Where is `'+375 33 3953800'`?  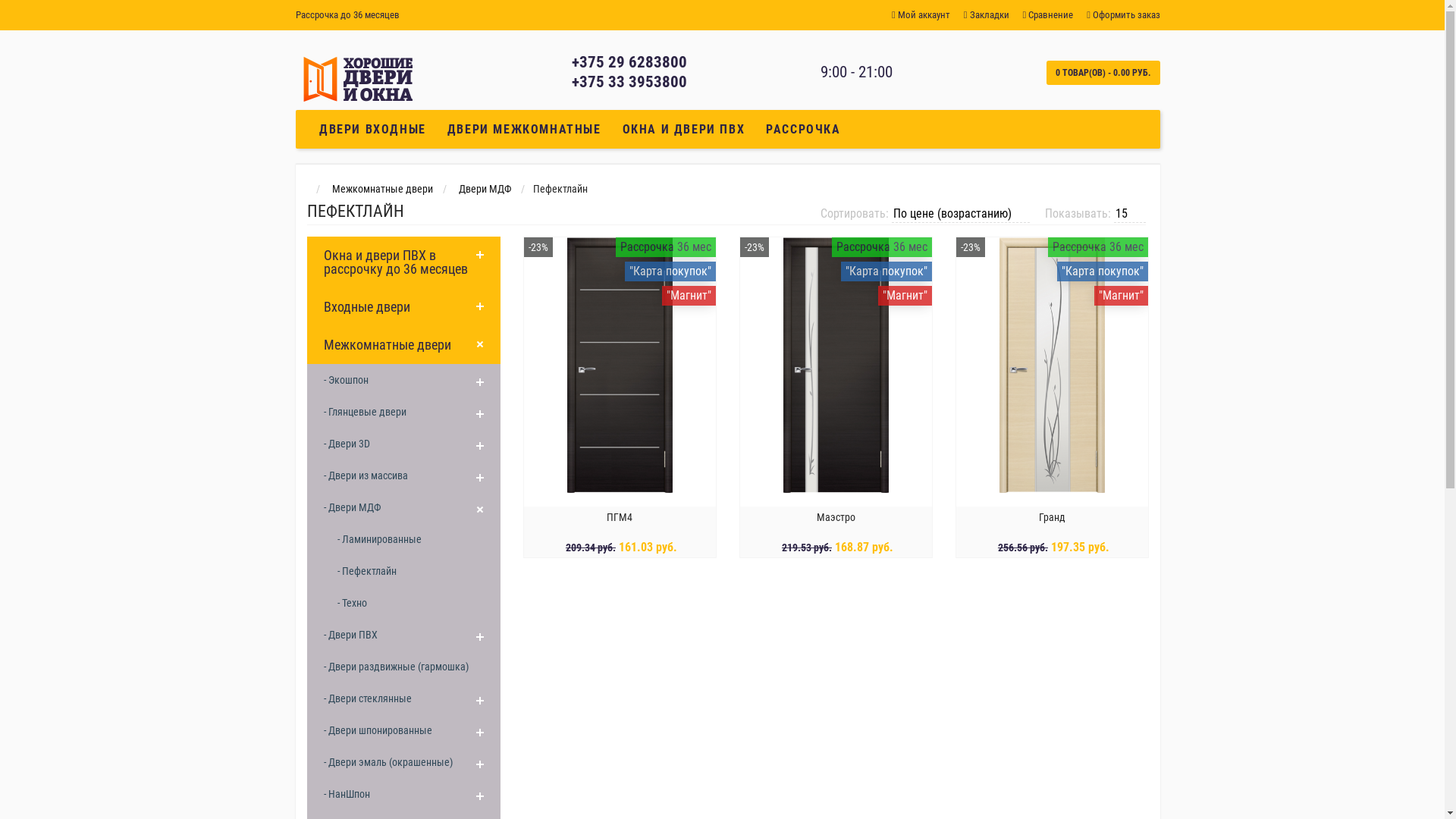 '+375 33 3953800' is located at coordinates (570, 82).